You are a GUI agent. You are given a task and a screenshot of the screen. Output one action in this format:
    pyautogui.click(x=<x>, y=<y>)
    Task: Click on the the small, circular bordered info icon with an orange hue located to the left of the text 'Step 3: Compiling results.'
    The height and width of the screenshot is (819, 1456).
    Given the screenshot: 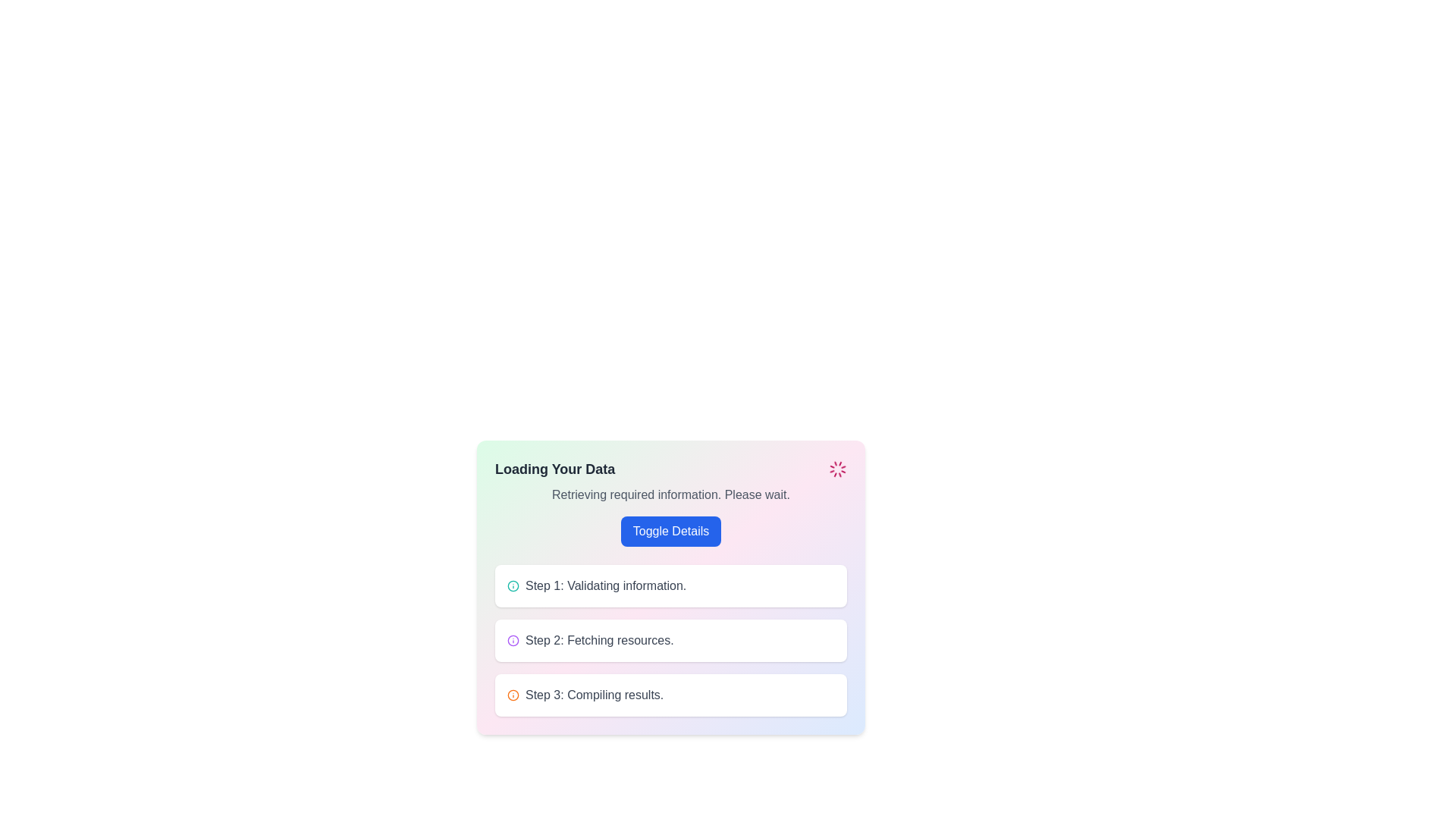 What is the action you would take?
    pyautogui.click(x=513, y=695)
    